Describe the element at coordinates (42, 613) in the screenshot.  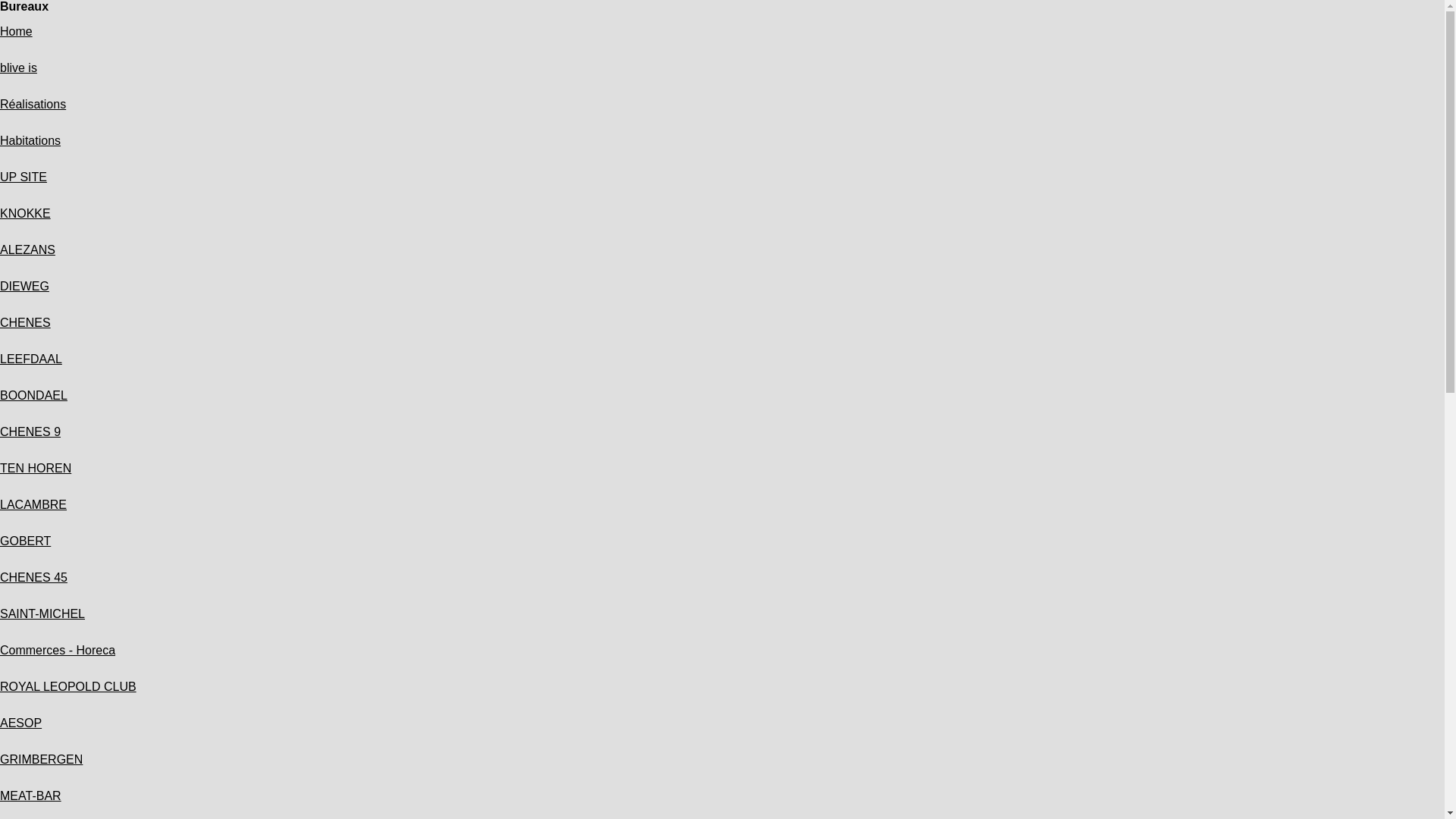
I see `'SAINT-MICHEL'` at that location.